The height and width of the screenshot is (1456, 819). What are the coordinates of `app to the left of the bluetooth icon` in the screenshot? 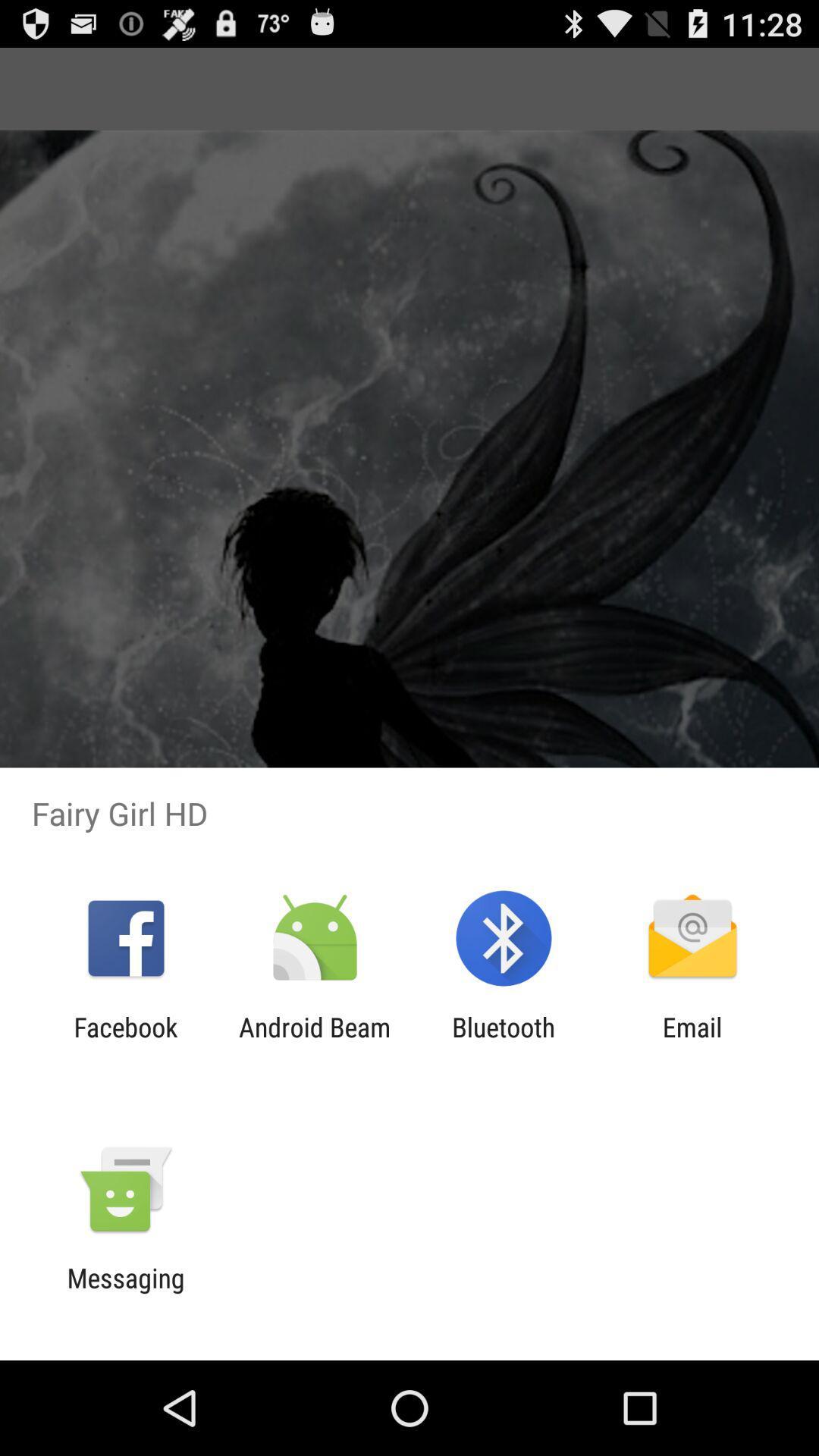 It's located at (314, 1042).